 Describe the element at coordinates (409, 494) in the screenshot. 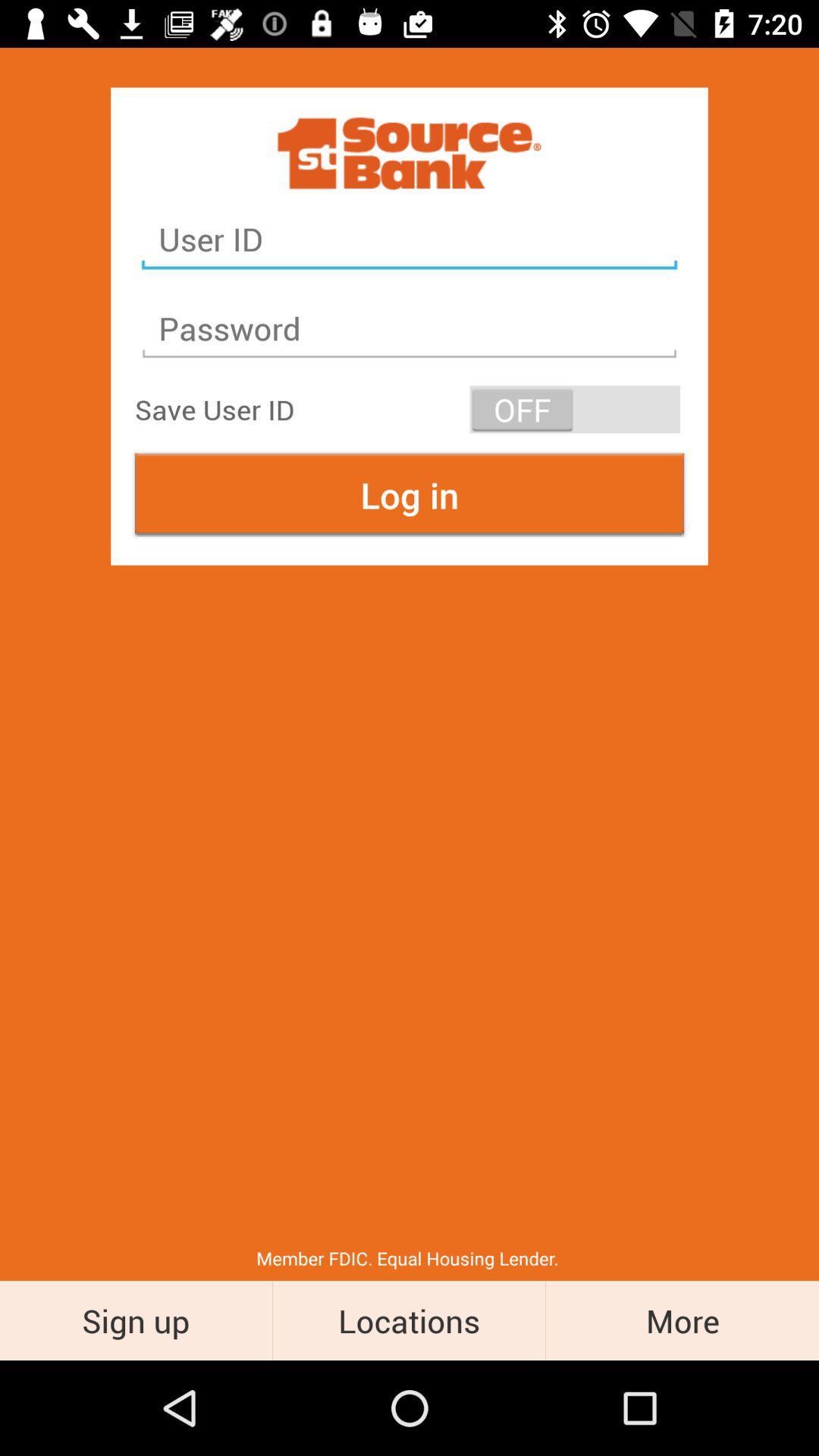

I see `the item above member fdic equal` at that location.